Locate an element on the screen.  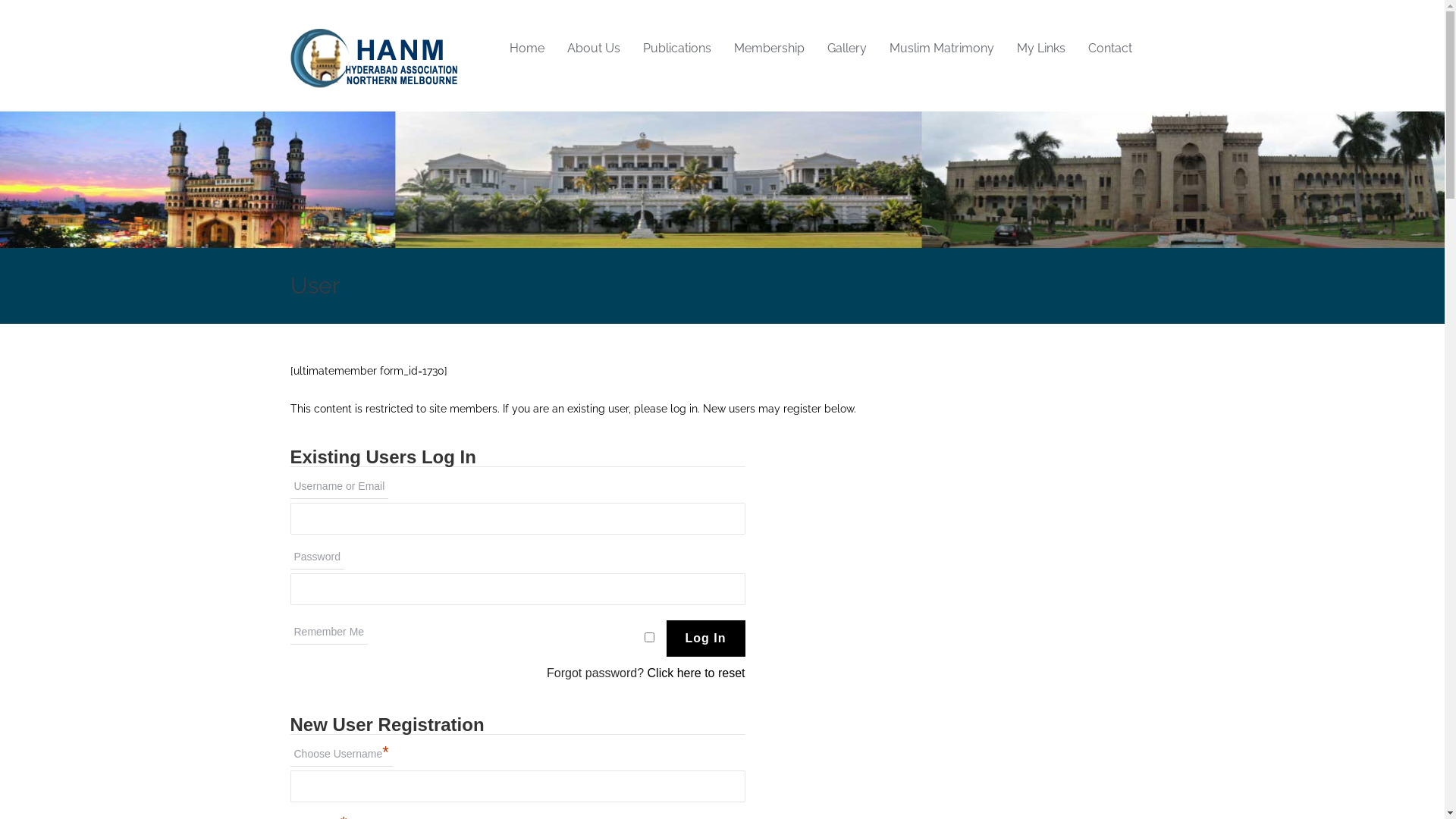
'Muslim Matrimony' is located at coordinates (941, 48).